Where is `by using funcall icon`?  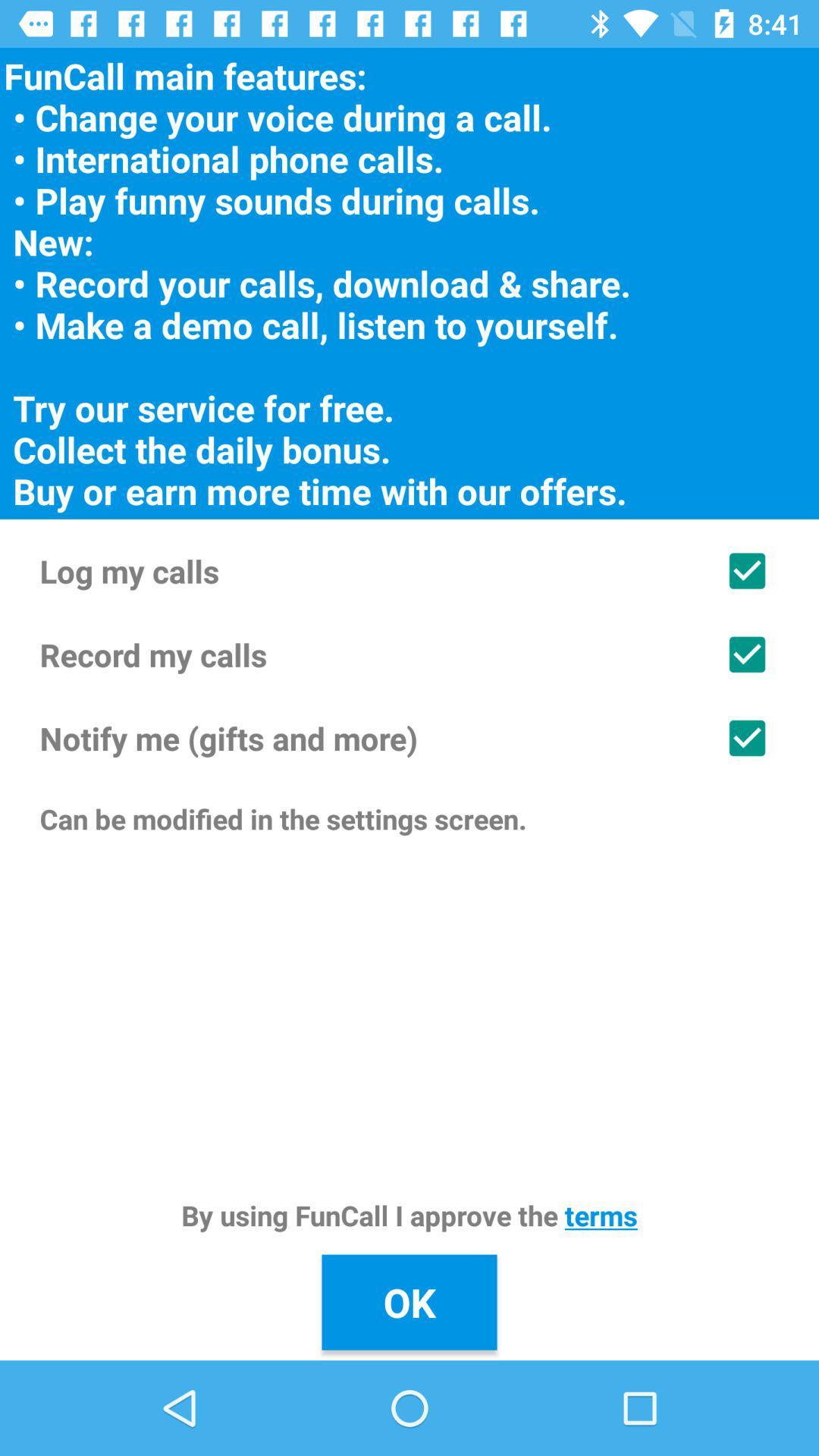 by using funcall icon is located at coordinates (409, 1215).